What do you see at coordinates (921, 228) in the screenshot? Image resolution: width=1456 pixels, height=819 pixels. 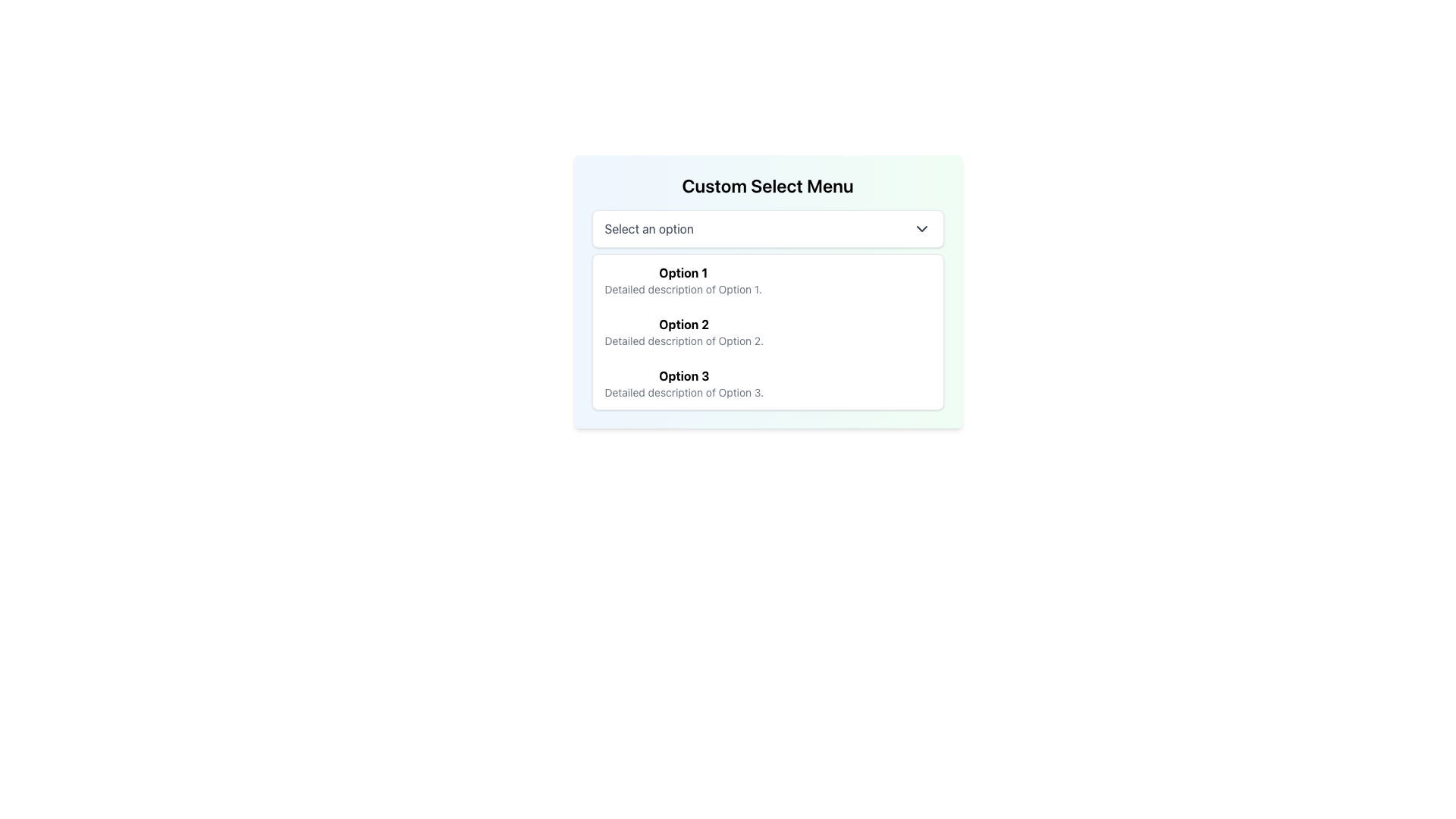 I see `the Dropdown indicator icon, which is an arrow icon pointing downward located to the far-right of the 'Select an option' dropdown field` at bounding box center [921, 228].